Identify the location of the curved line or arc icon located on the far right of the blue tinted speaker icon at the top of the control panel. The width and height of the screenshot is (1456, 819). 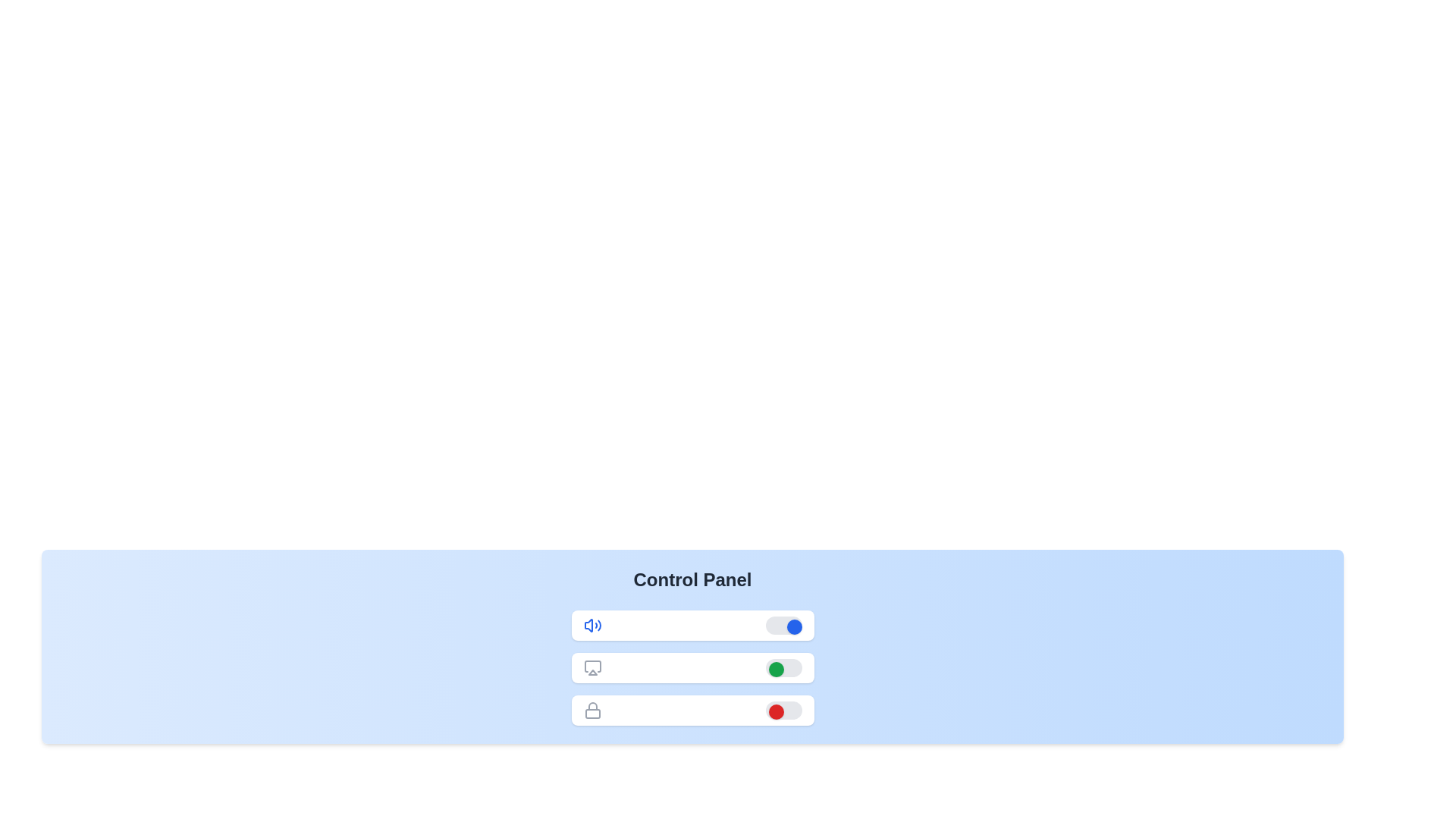
(598, 626).